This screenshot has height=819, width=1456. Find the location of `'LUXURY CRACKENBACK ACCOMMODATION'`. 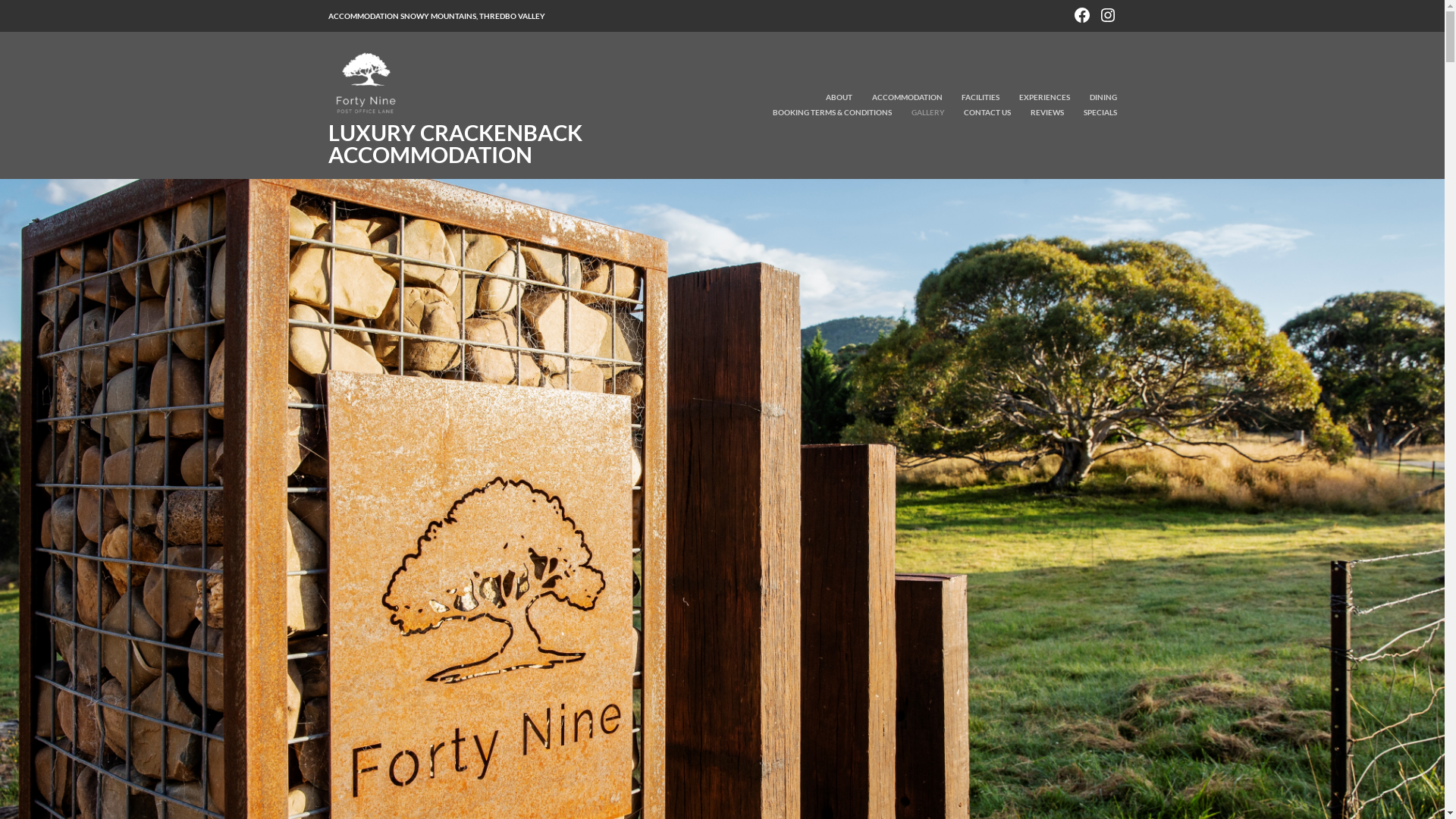

'LUXURY CRACKENBACK ACCOMMODATION' is located at coordinates (453, 143).